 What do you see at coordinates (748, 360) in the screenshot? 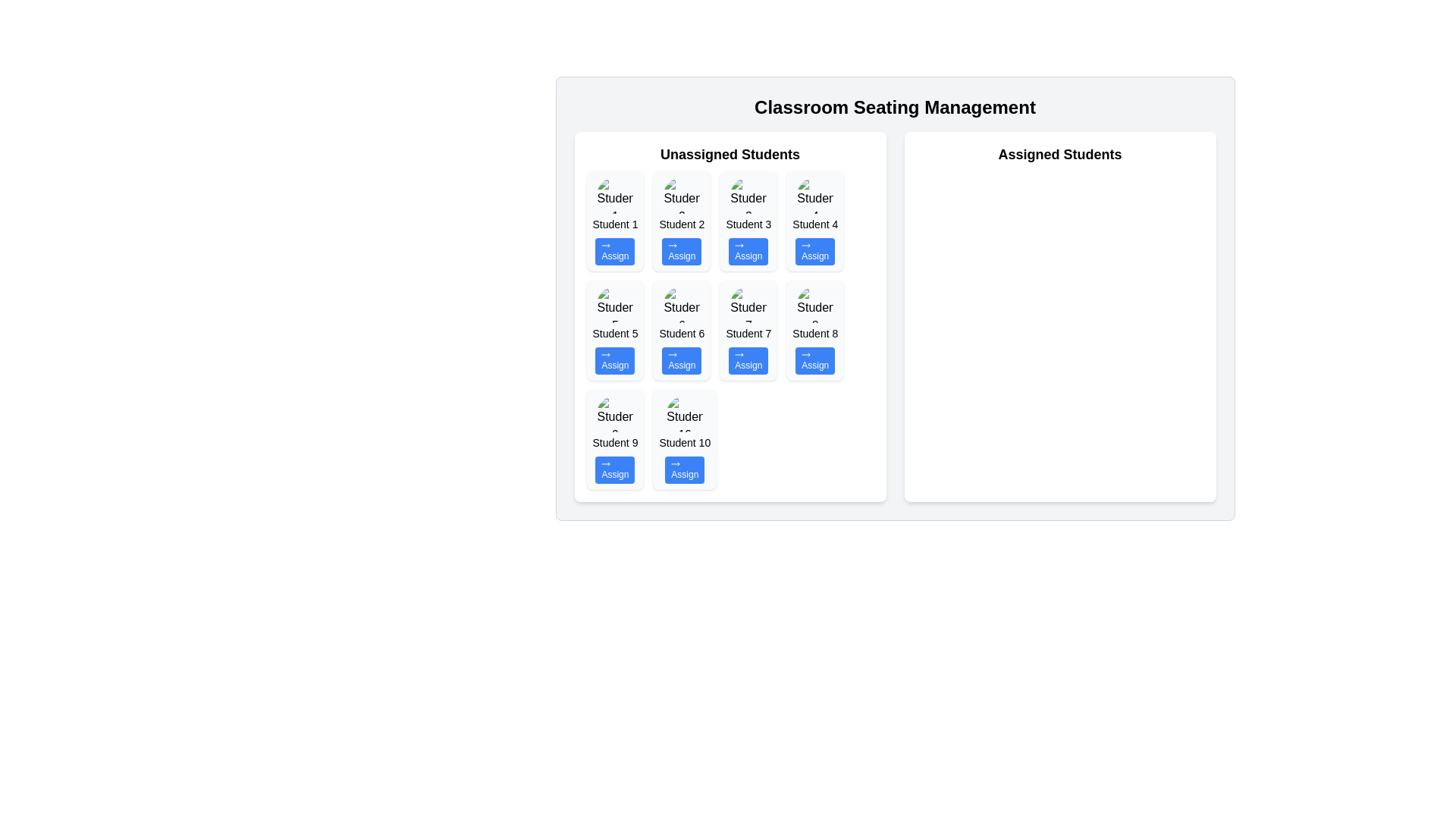
I see `the button for 'Student 7' located in the bottom part of the card in the third row of the grid layout under 'Unassigned Students'` at bounding box center [748, 360].